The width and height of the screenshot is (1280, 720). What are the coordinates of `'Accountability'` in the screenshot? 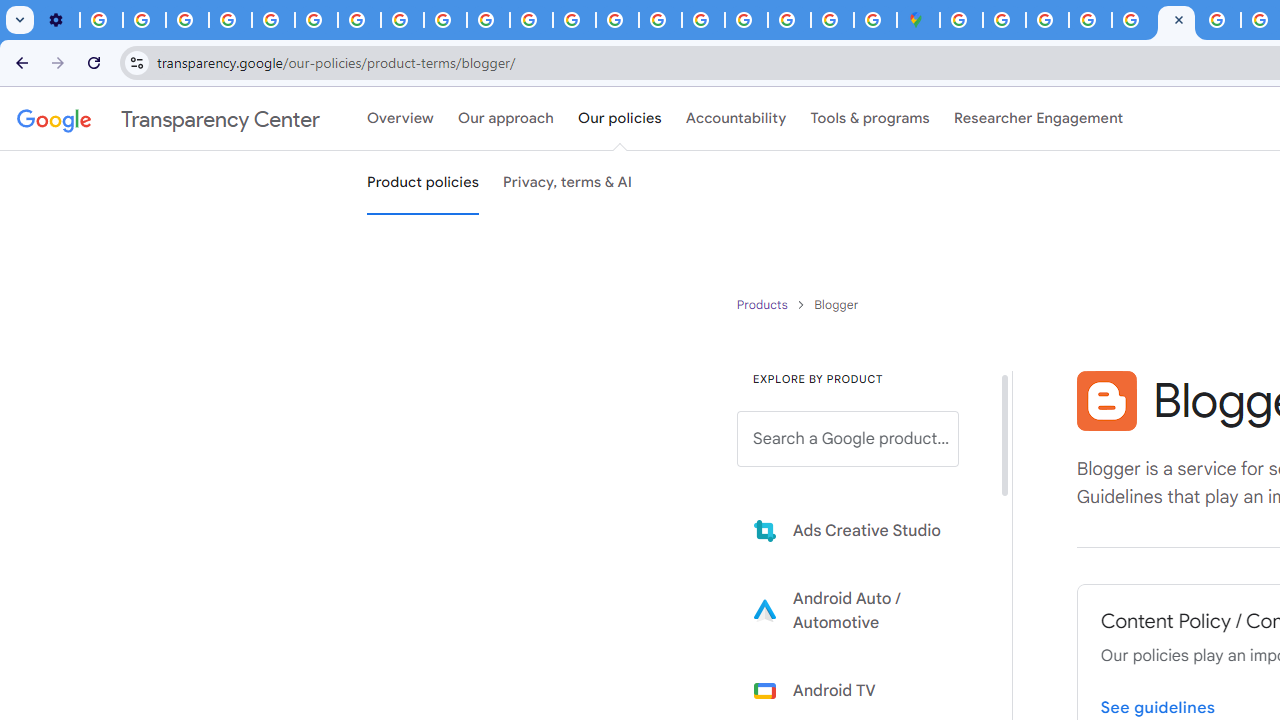 It's located at (735, 119).